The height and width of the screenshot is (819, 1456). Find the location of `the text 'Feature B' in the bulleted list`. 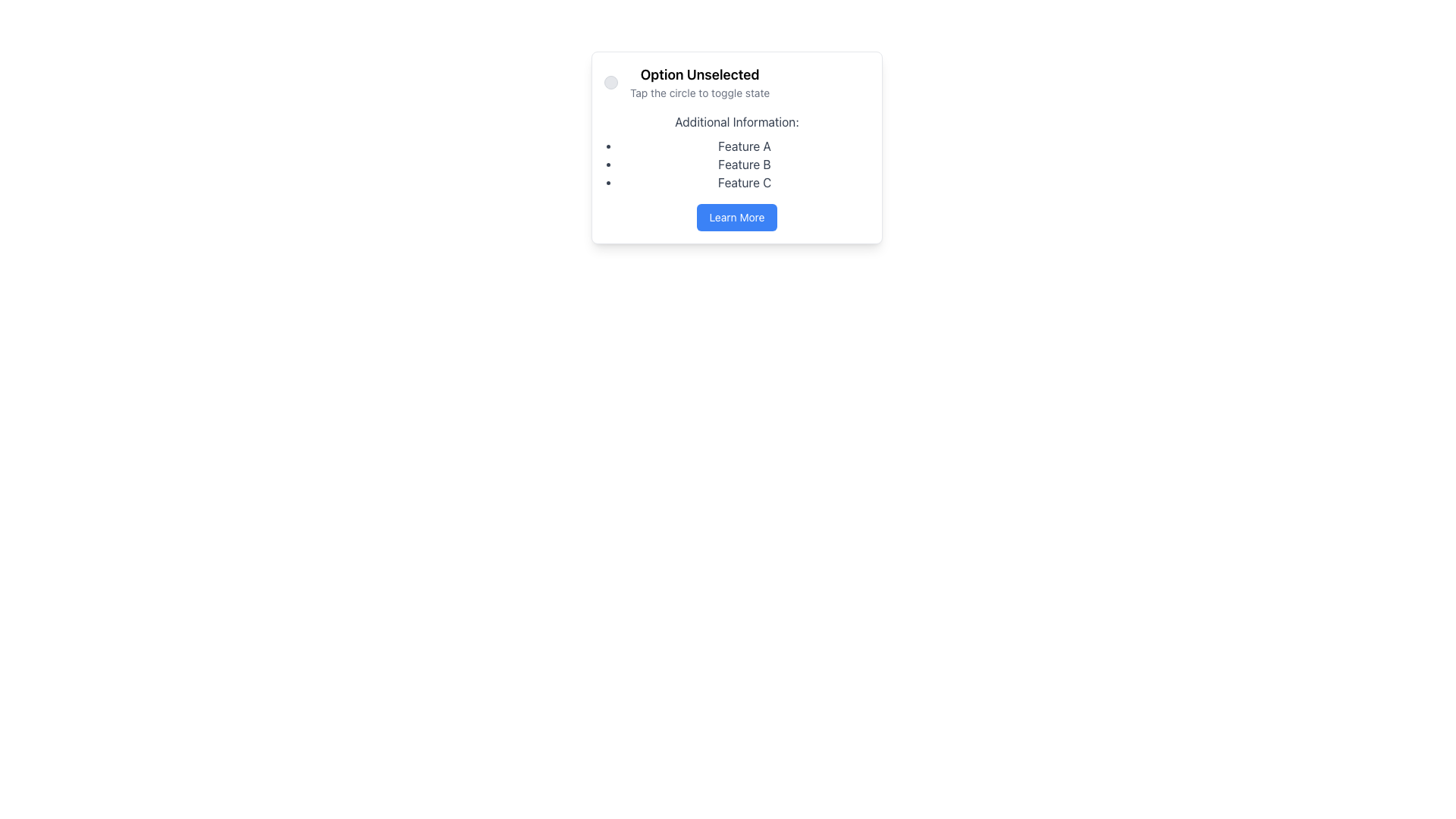

the text 'Feature B' in the bulleted list is located at coordinates (745, 164).